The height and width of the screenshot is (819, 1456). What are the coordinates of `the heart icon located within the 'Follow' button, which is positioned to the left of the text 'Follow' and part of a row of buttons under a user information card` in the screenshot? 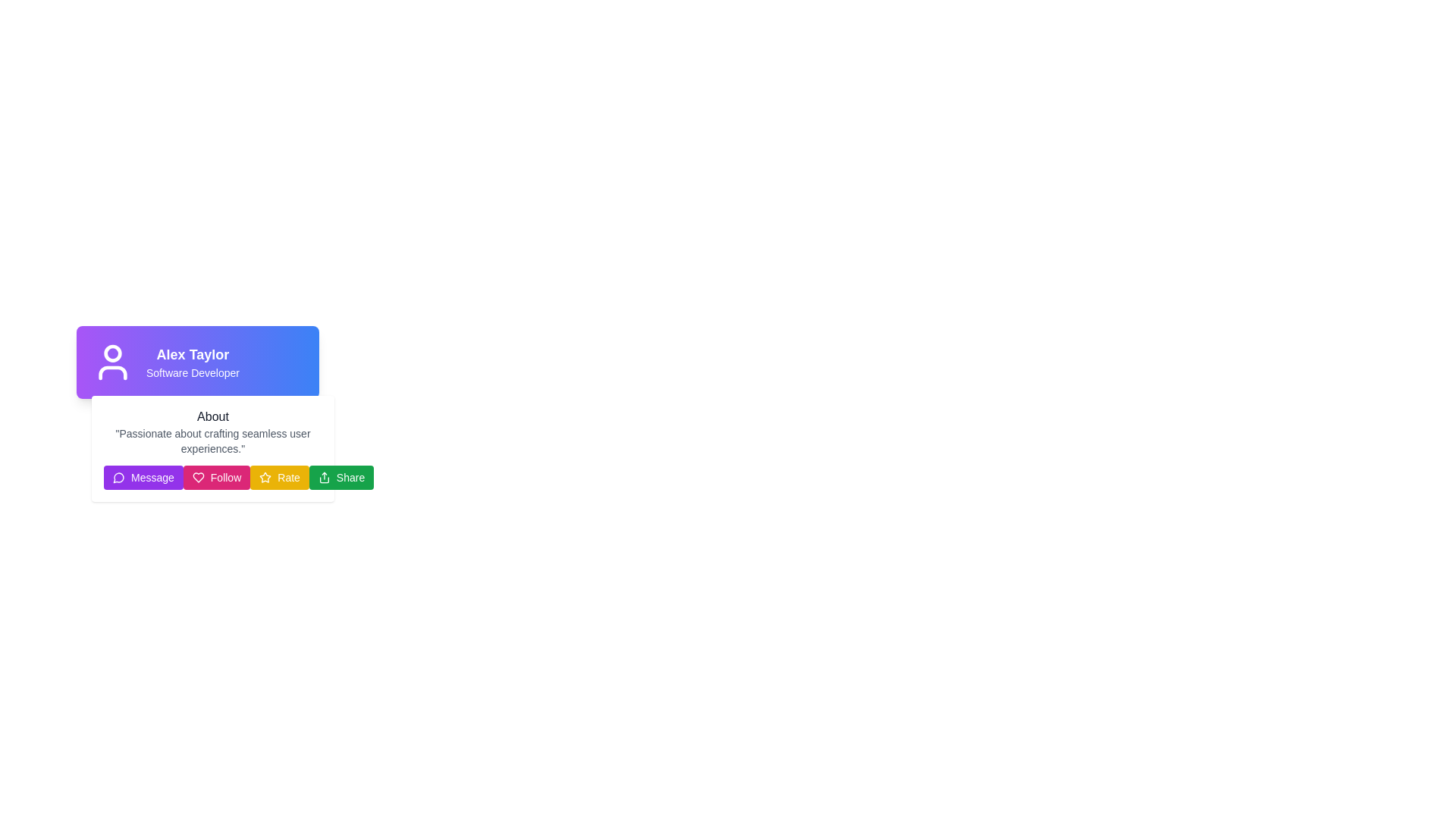 It's located at (197, 476).